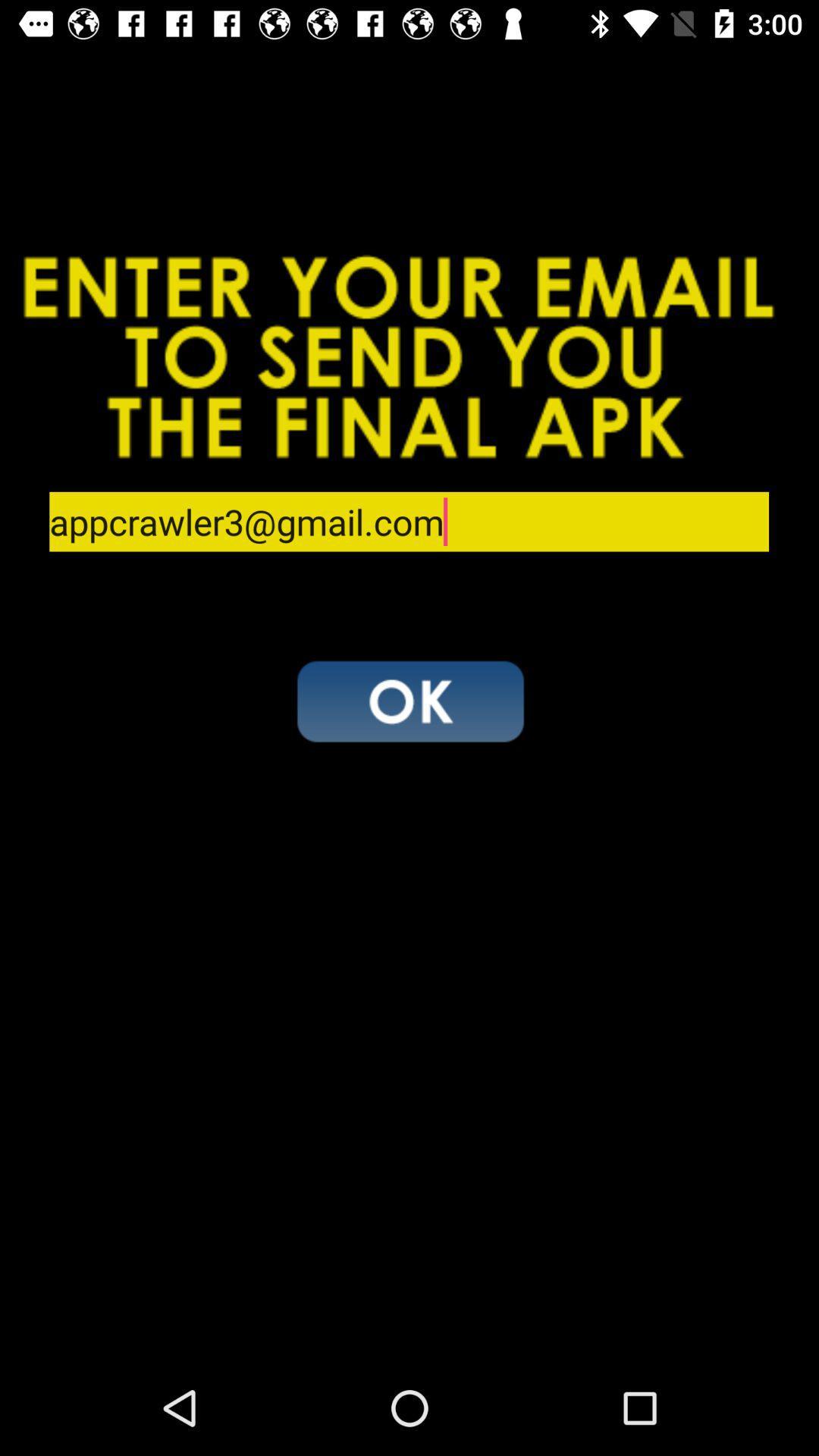 The height and width of the screenshot is (1456, 819). I want to click on ok, so click(409, 700).